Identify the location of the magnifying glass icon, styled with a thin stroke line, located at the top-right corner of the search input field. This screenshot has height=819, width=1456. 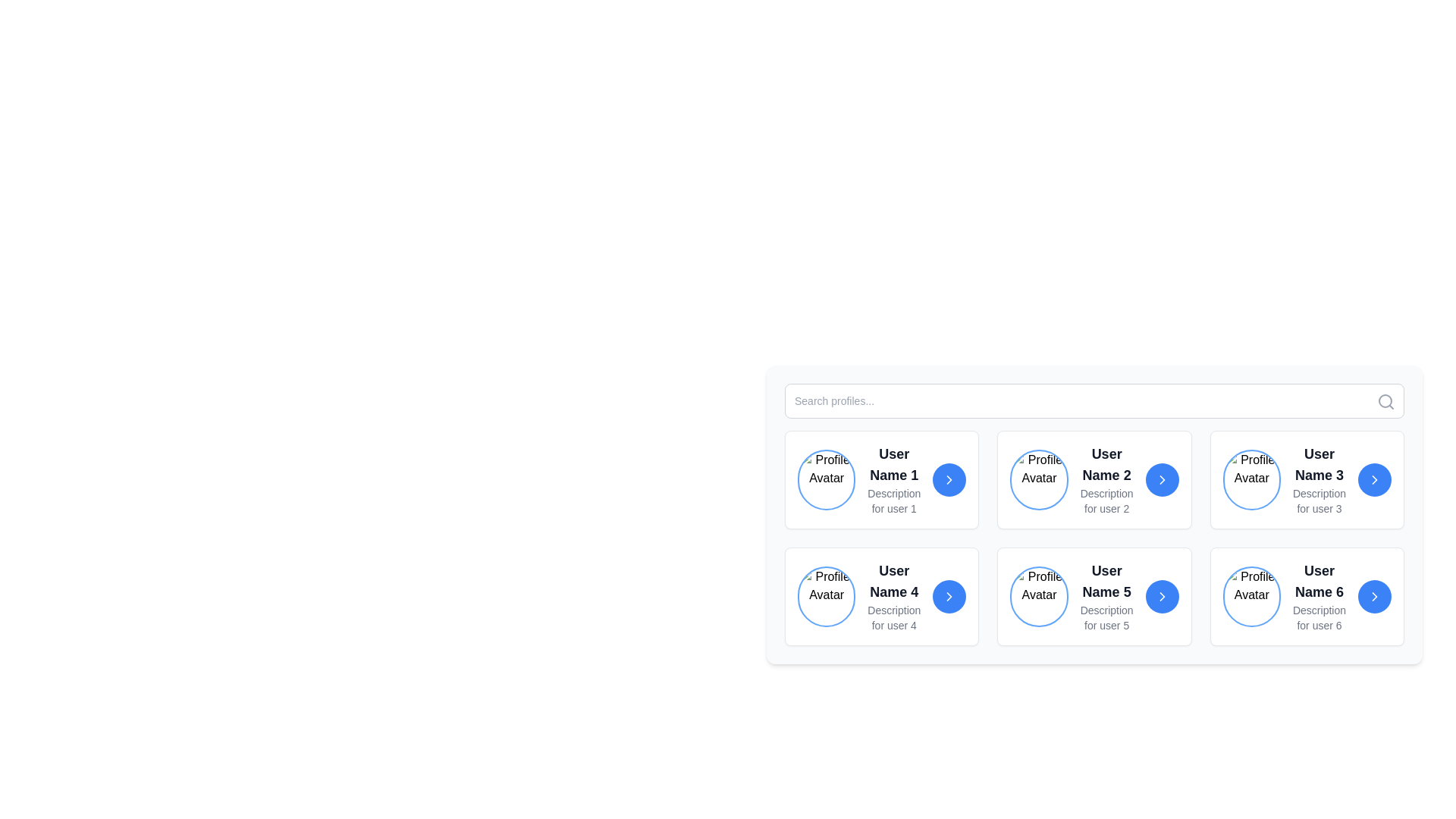
(1386, 400).